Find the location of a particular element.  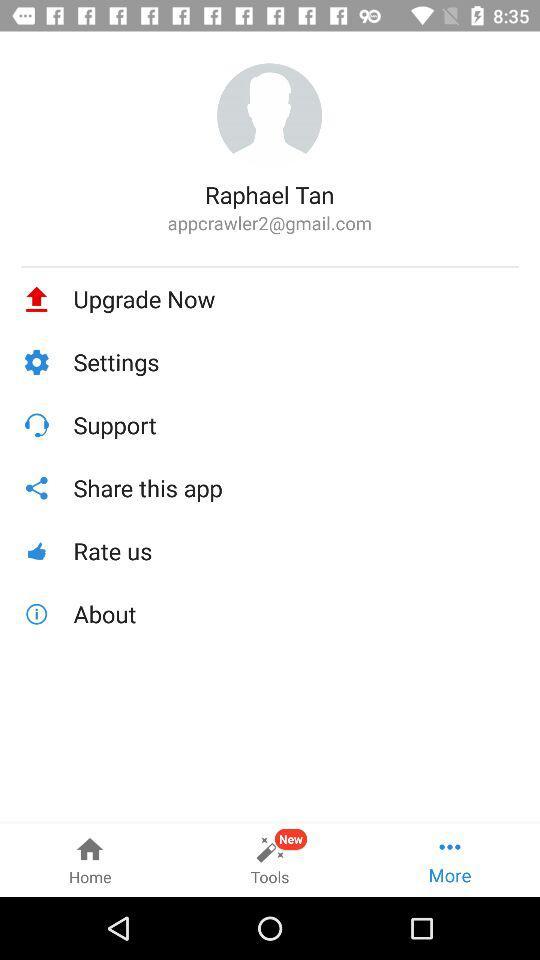

item above the raphael tan item is located at coordinates (269, 115).